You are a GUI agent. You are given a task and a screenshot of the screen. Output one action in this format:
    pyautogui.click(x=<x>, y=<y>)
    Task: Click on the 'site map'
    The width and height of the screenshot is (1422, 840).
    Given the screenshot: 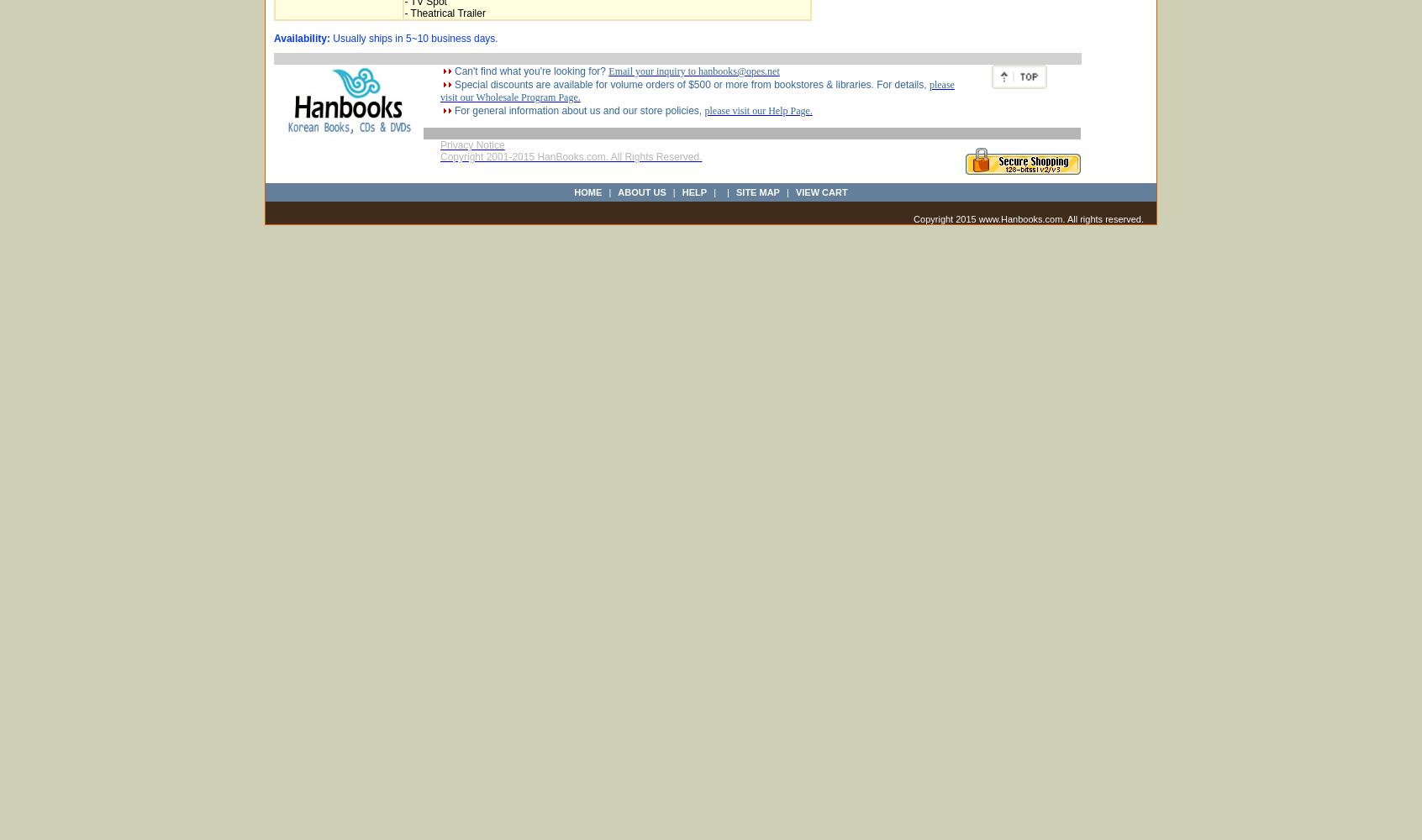 What is the action you would take?
    pyautogui.click(x=756, y=192)
    